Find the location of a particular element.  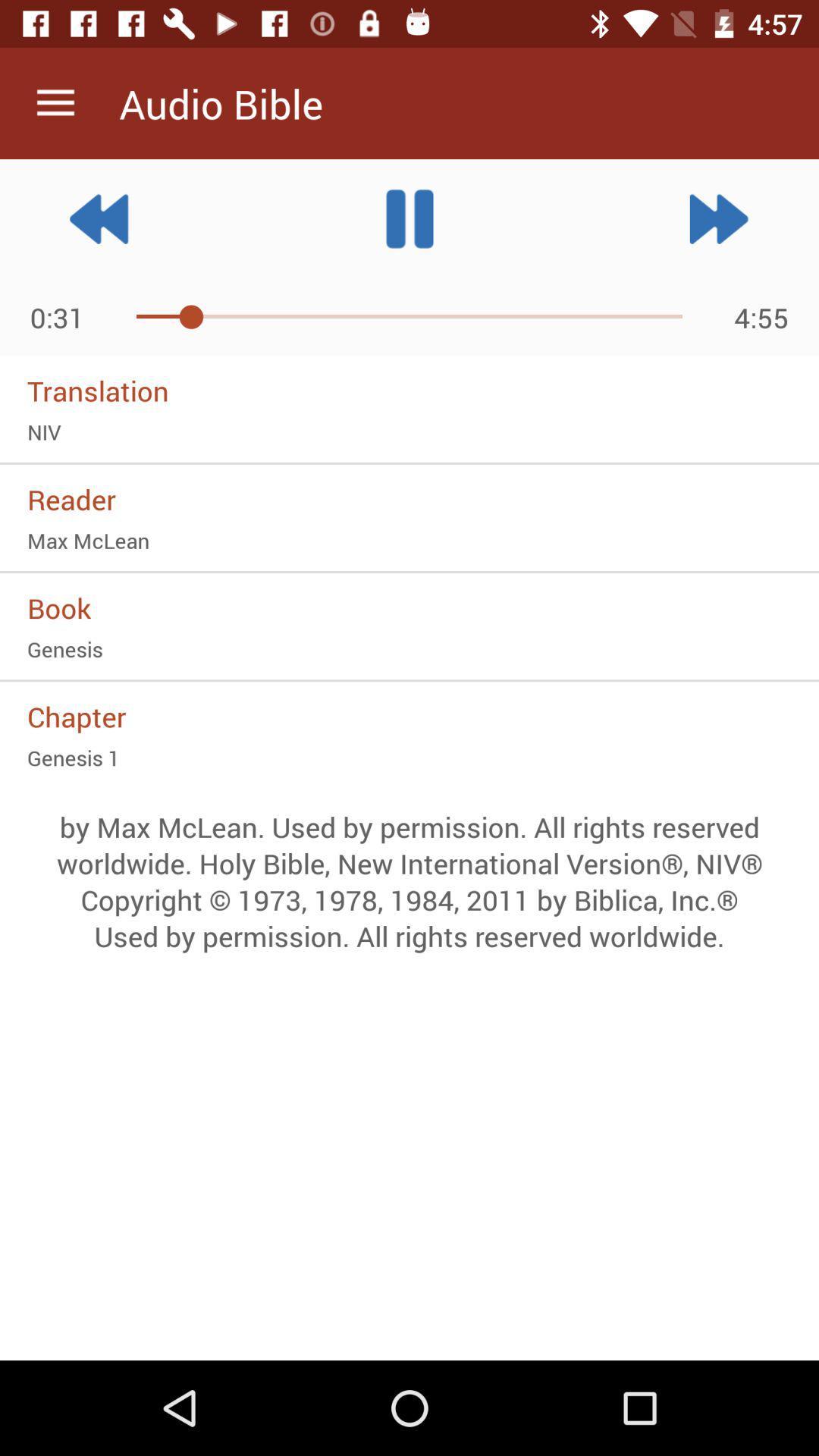

item above the by max mclean item is located at coordinates (409, 758).